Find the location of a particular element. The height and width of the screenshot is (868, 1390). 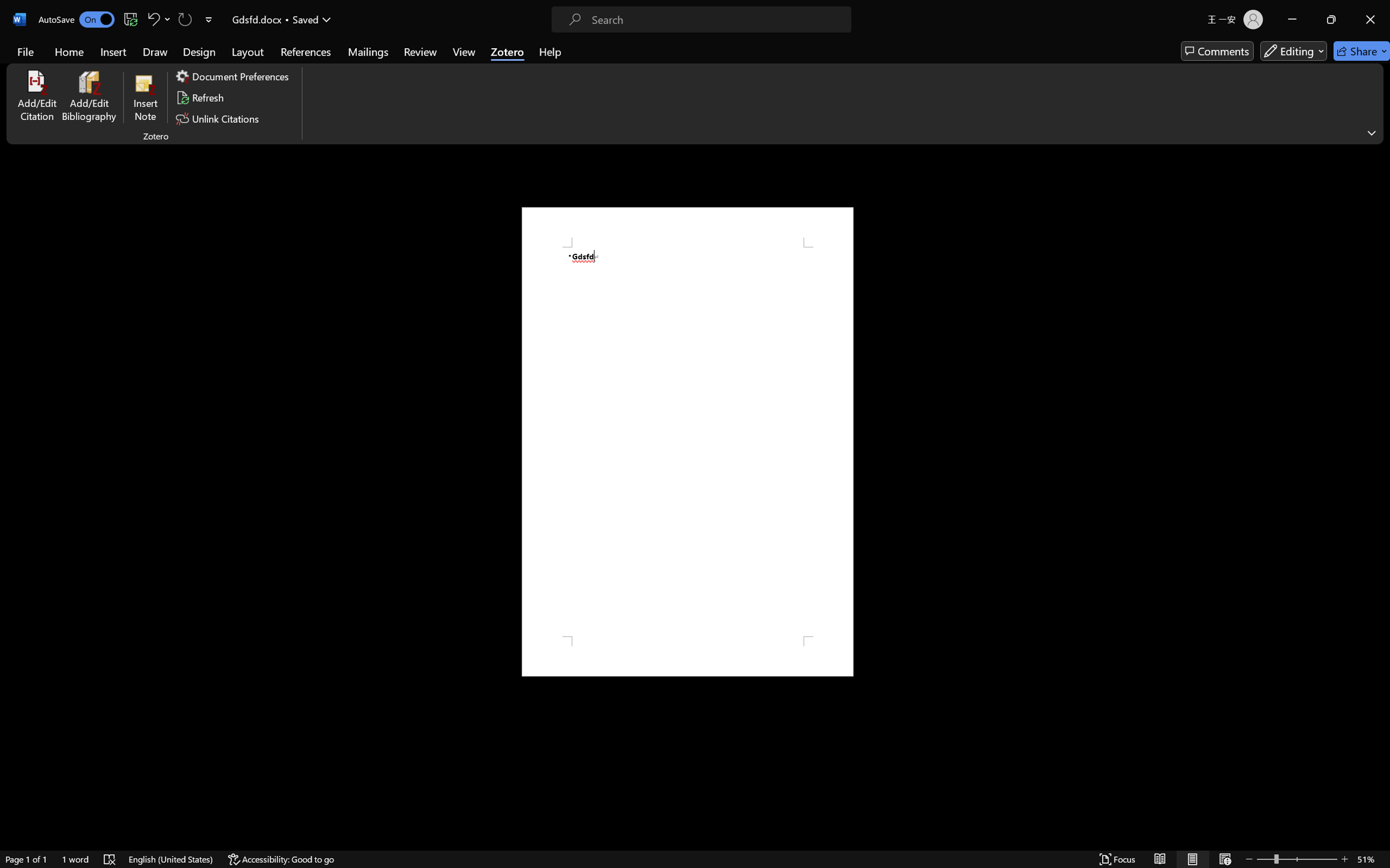

'Page 1 content' is located at coordinates (687, 441).